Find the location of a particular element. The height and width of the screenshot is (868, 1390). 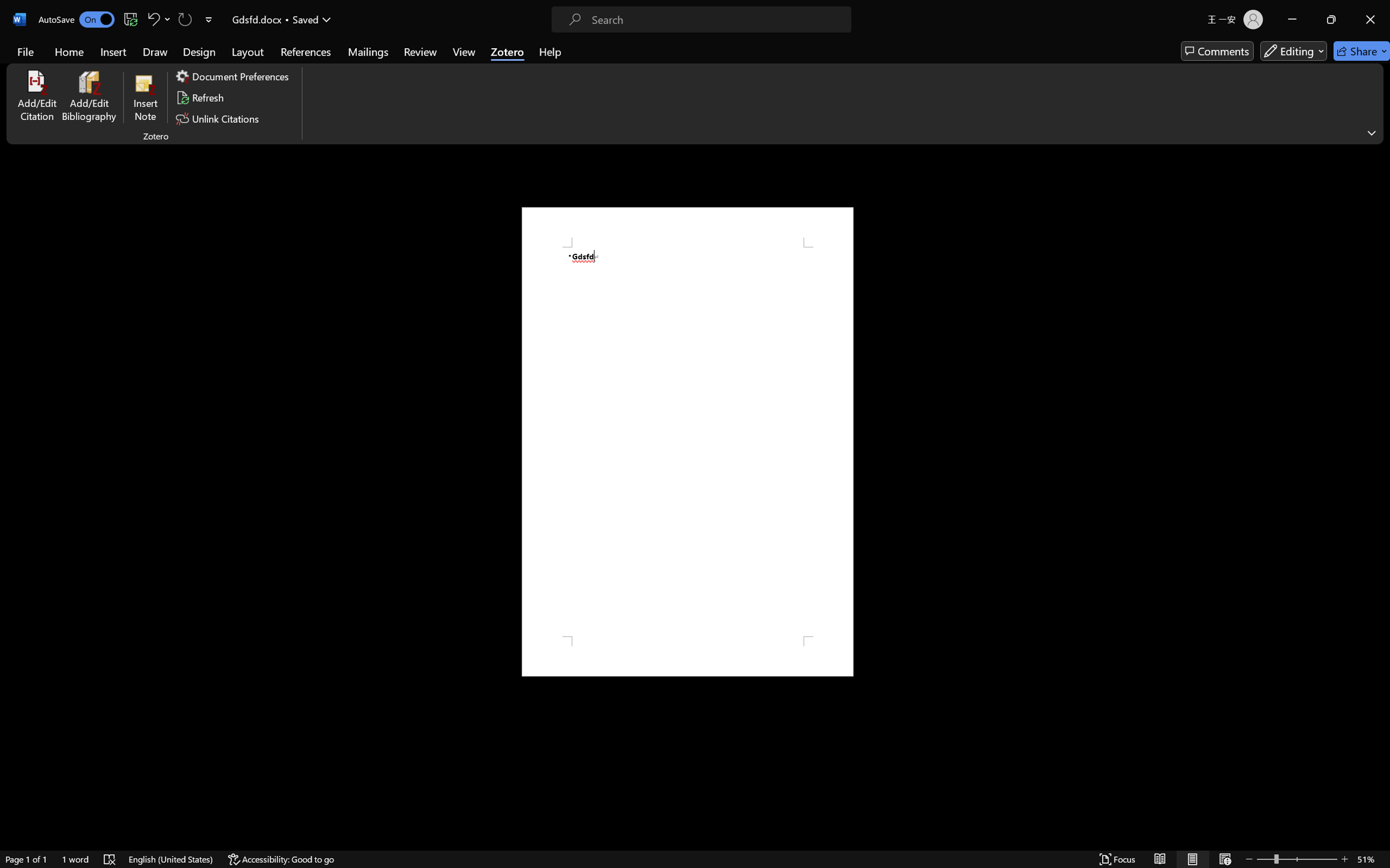

'Page 1 content' is located at coordinates (687, 441).